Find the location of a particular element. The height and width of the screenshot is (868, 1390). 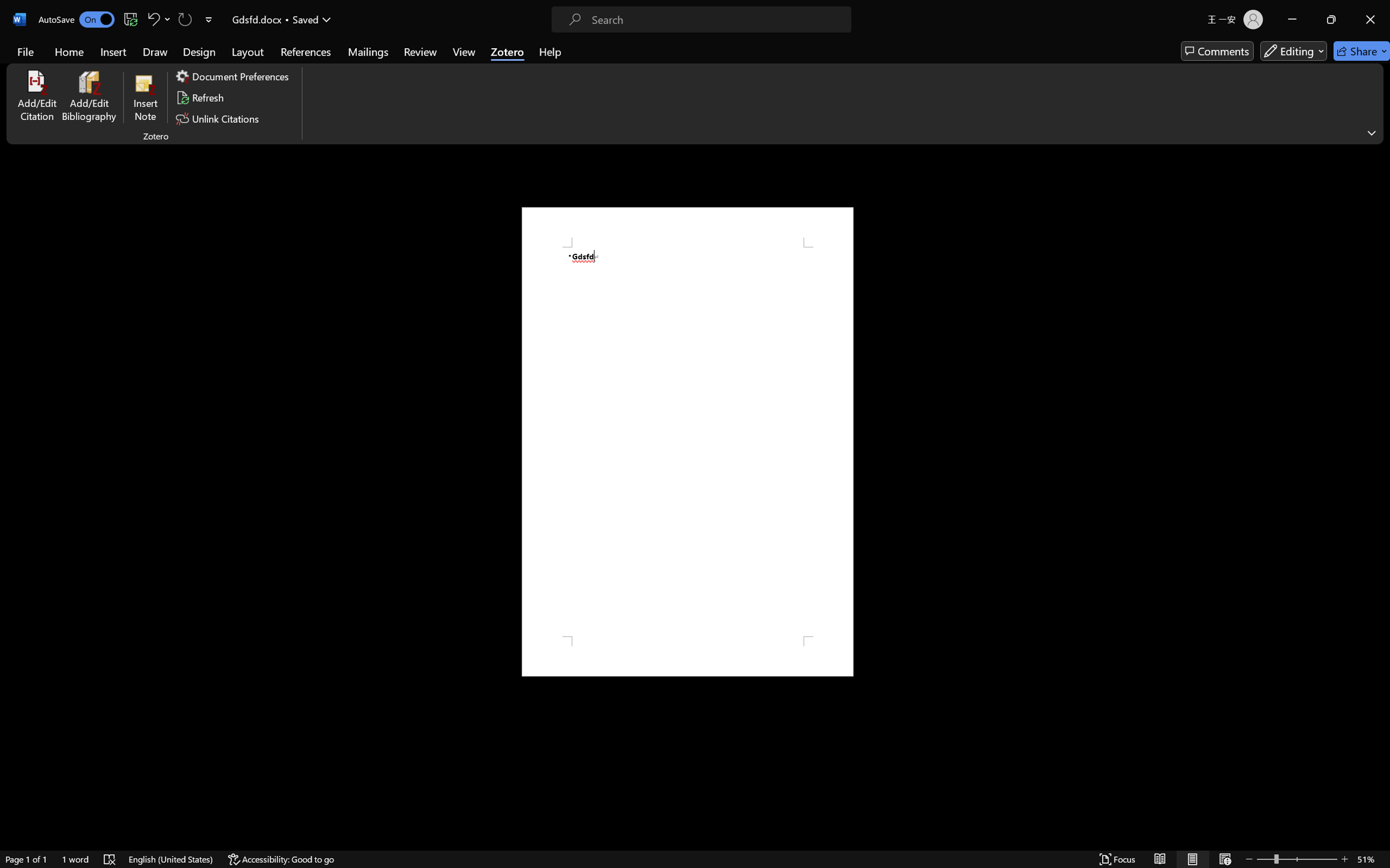

'Page 1 content' is located at coordinates (687, 441).